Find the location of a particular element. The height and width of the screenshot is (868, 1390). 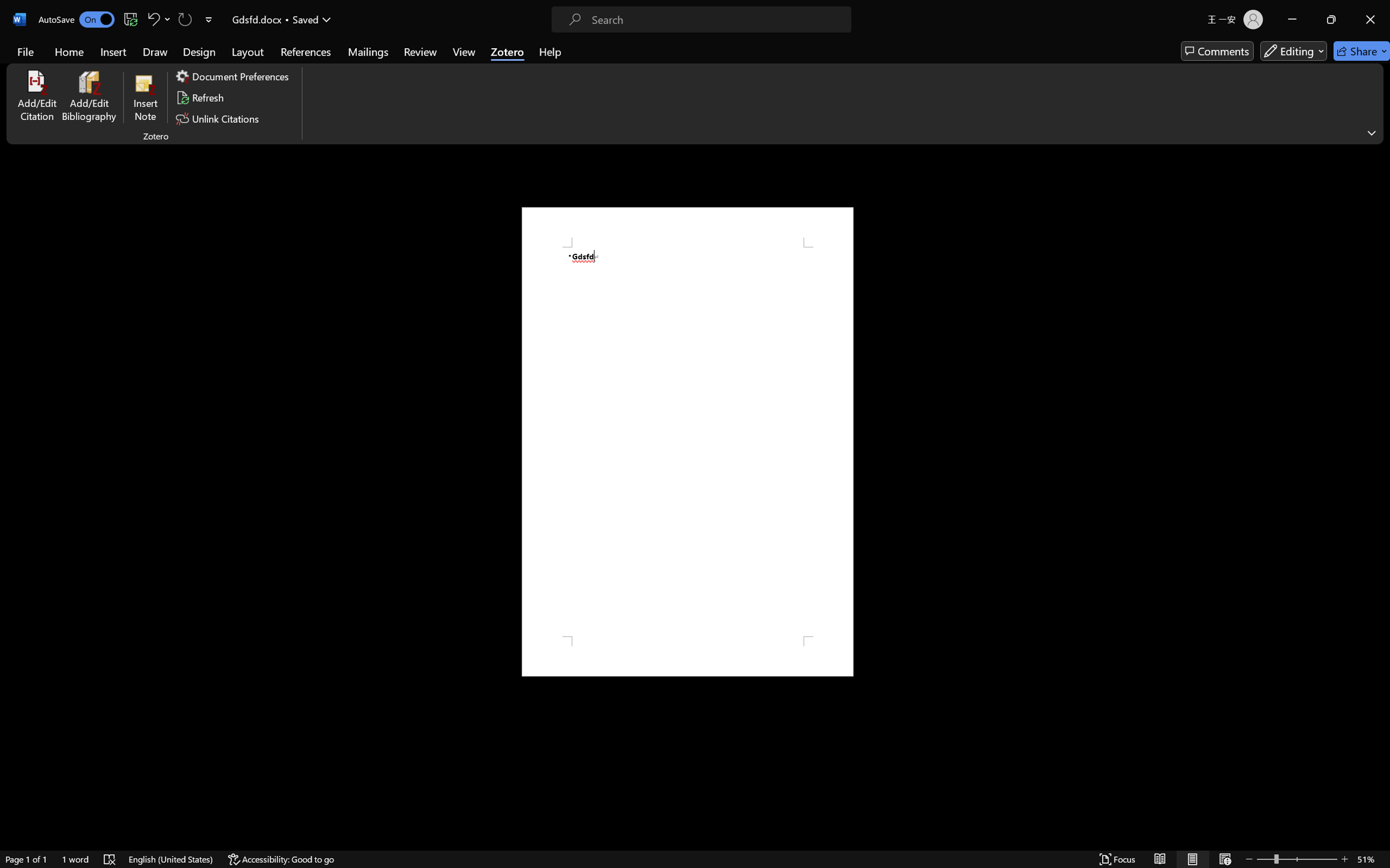

'Page 1 content' is located at coordinates (687, 441).